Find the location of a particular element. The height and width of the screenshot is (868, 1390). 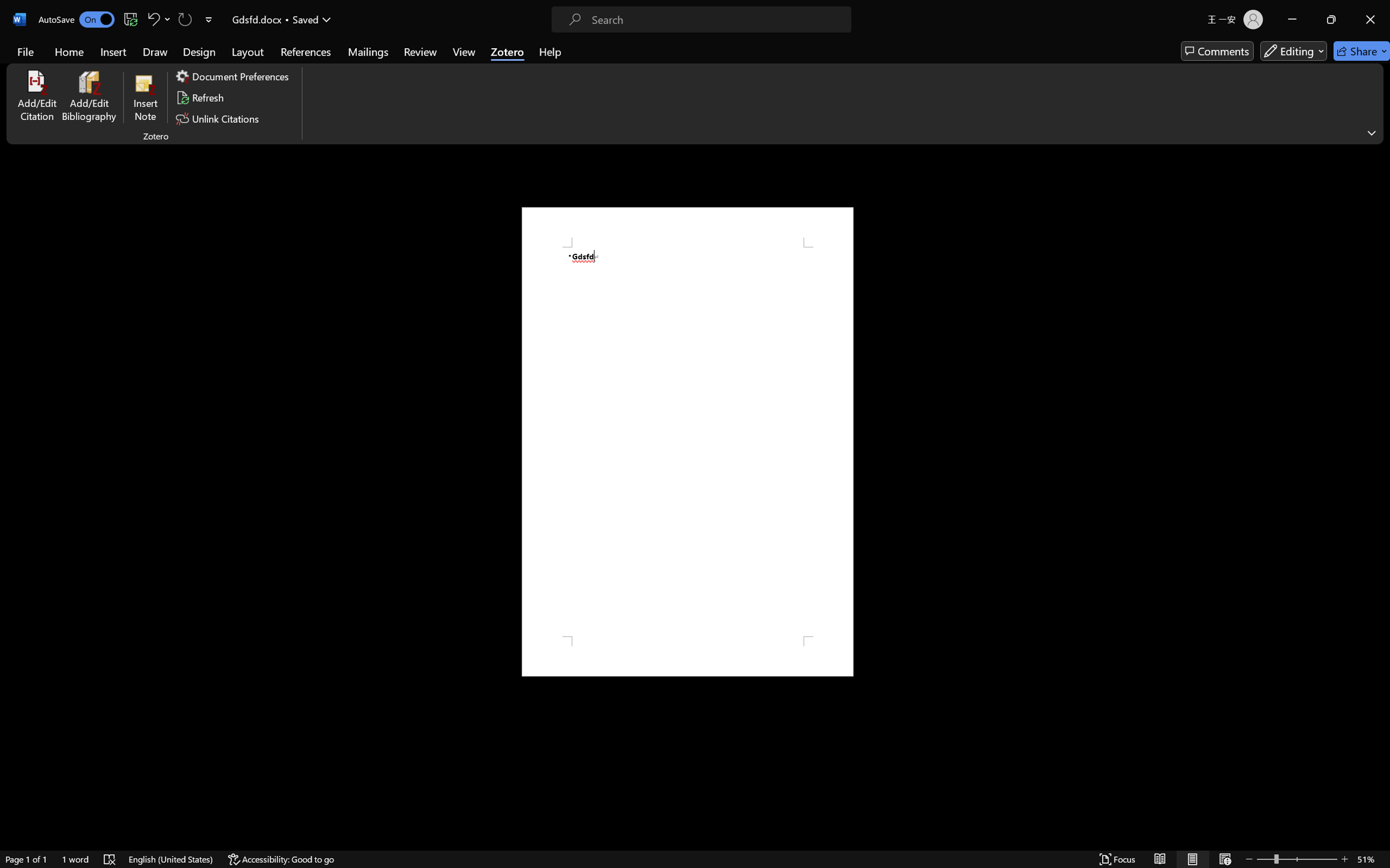

'Page 1 content' is located at coordinates (687, 441).